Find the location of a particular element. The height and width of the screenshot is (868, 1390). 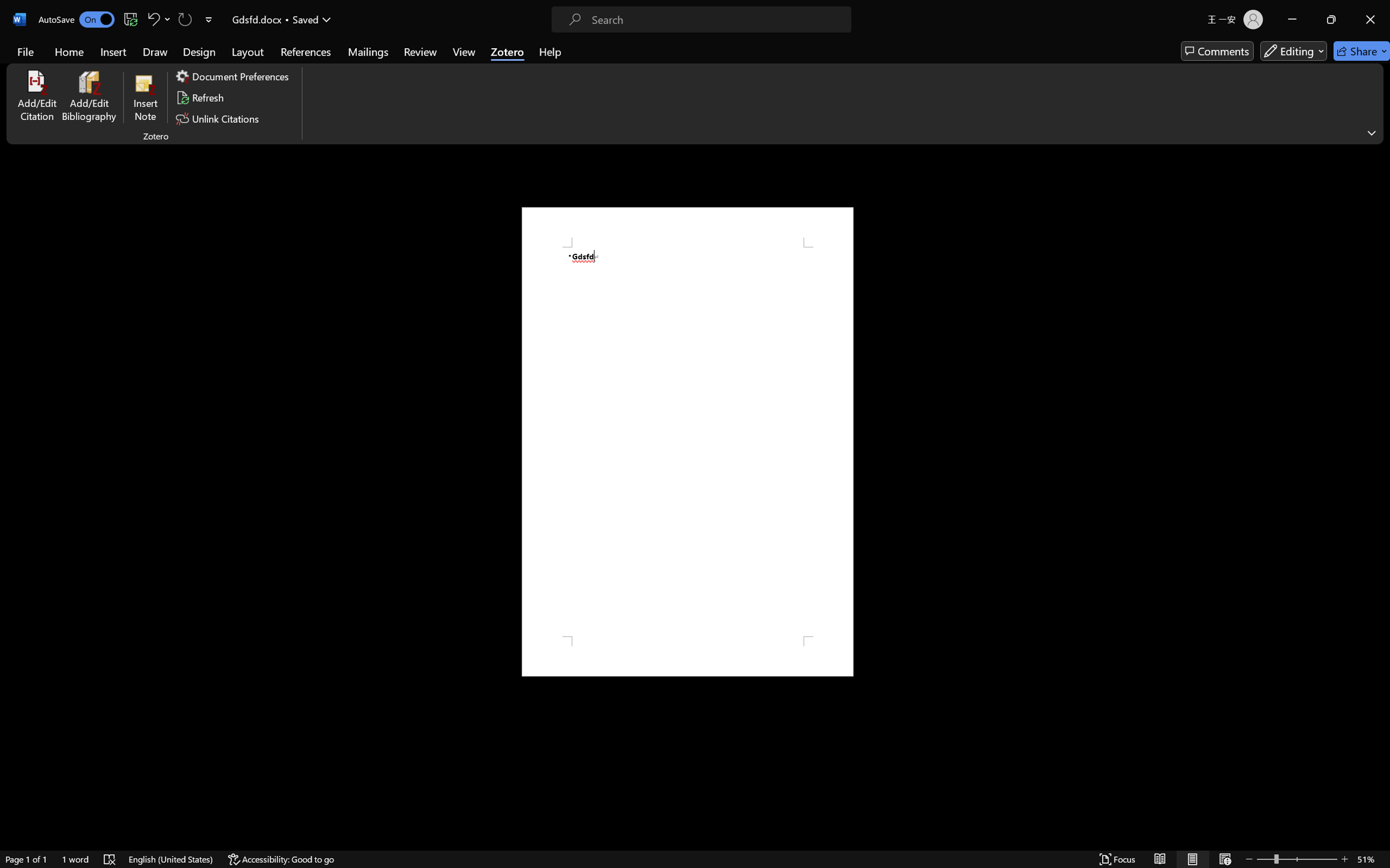

'Page 1 content' is located at coordinates (687, 441).